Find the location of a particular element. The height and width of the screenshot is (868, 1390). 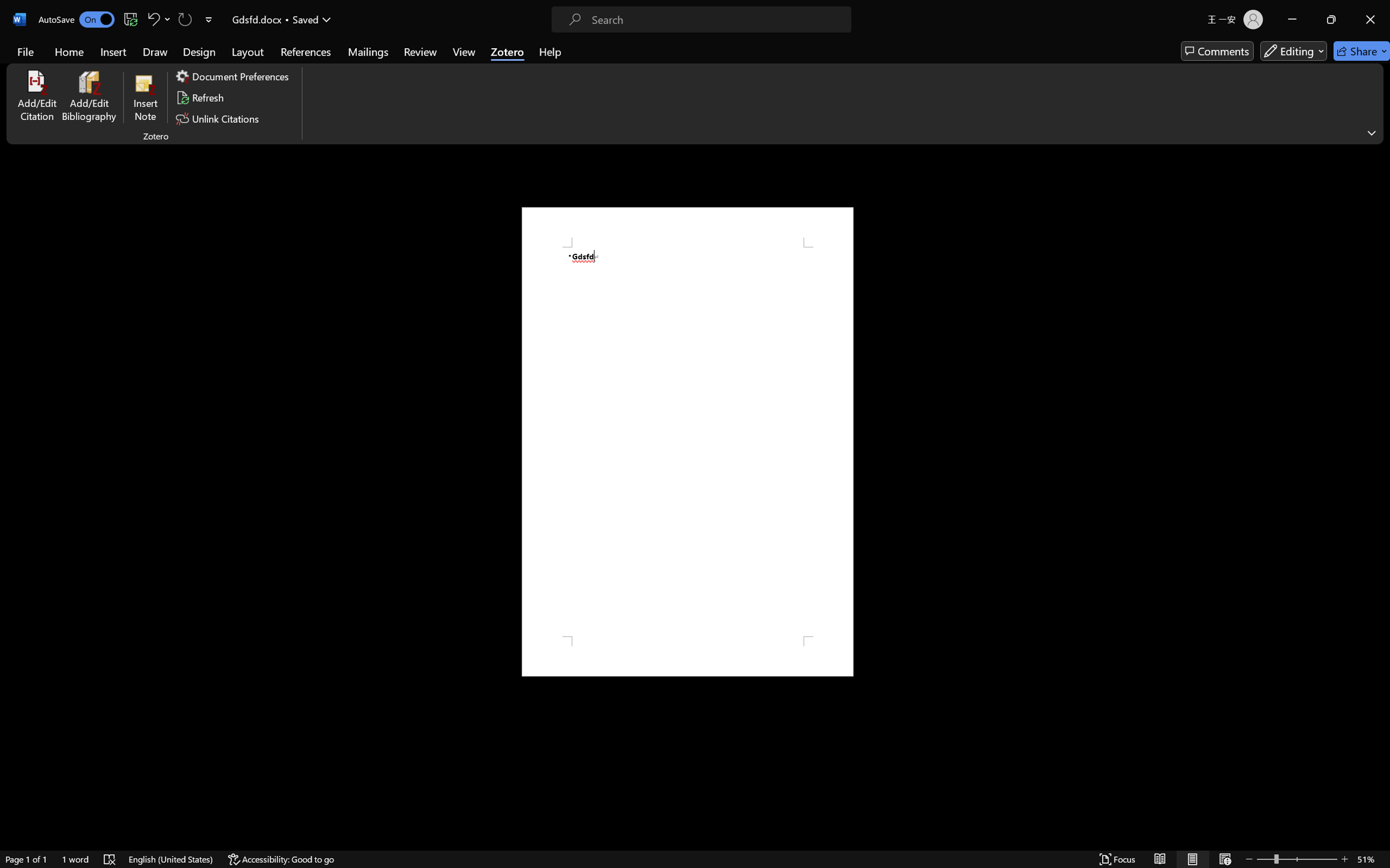

'Page 1 content' is located at coordinates (687, 441).